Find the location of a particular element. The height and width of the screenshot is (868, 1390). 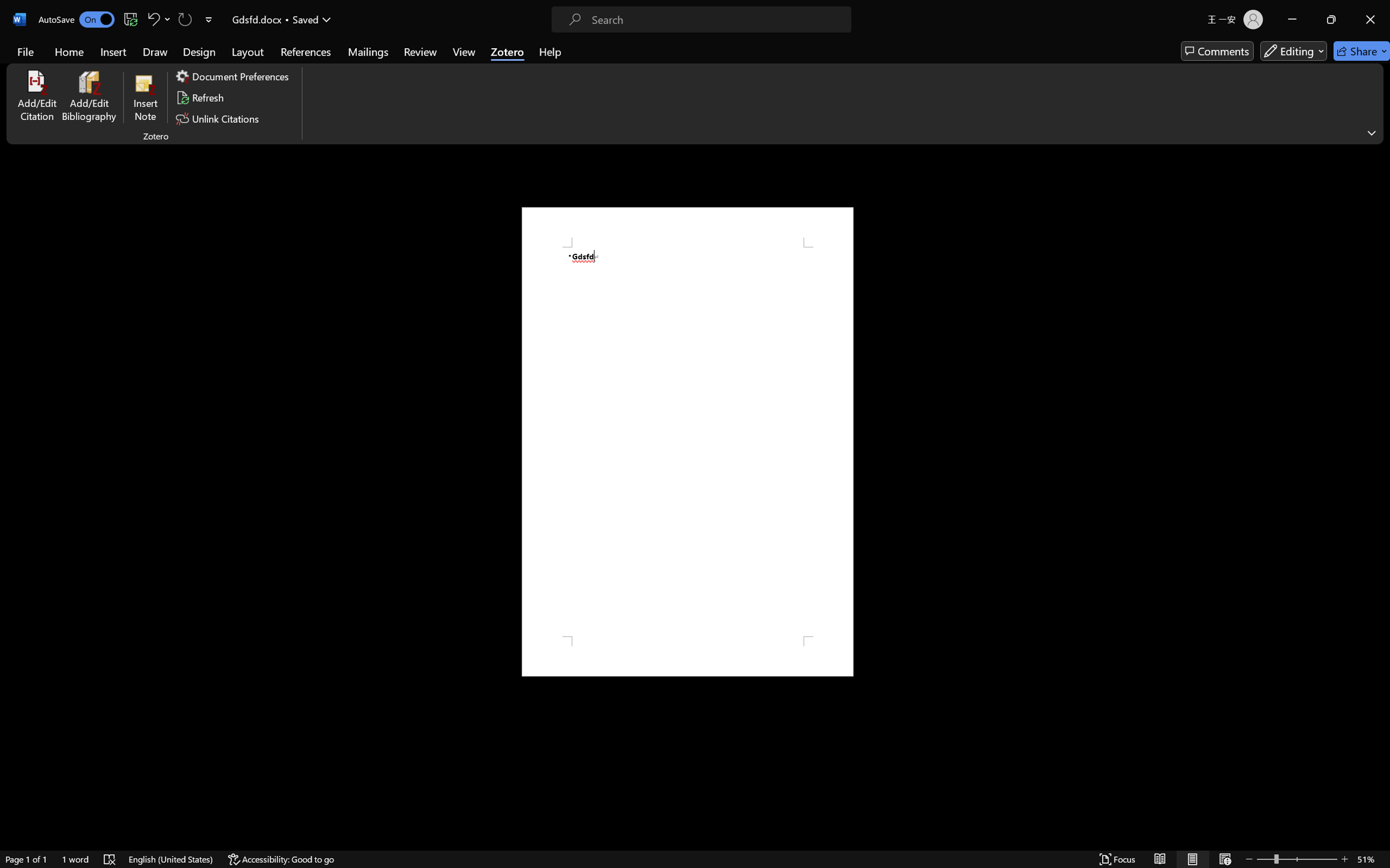

'Page 1 content' is located at coordinates (687, 441).